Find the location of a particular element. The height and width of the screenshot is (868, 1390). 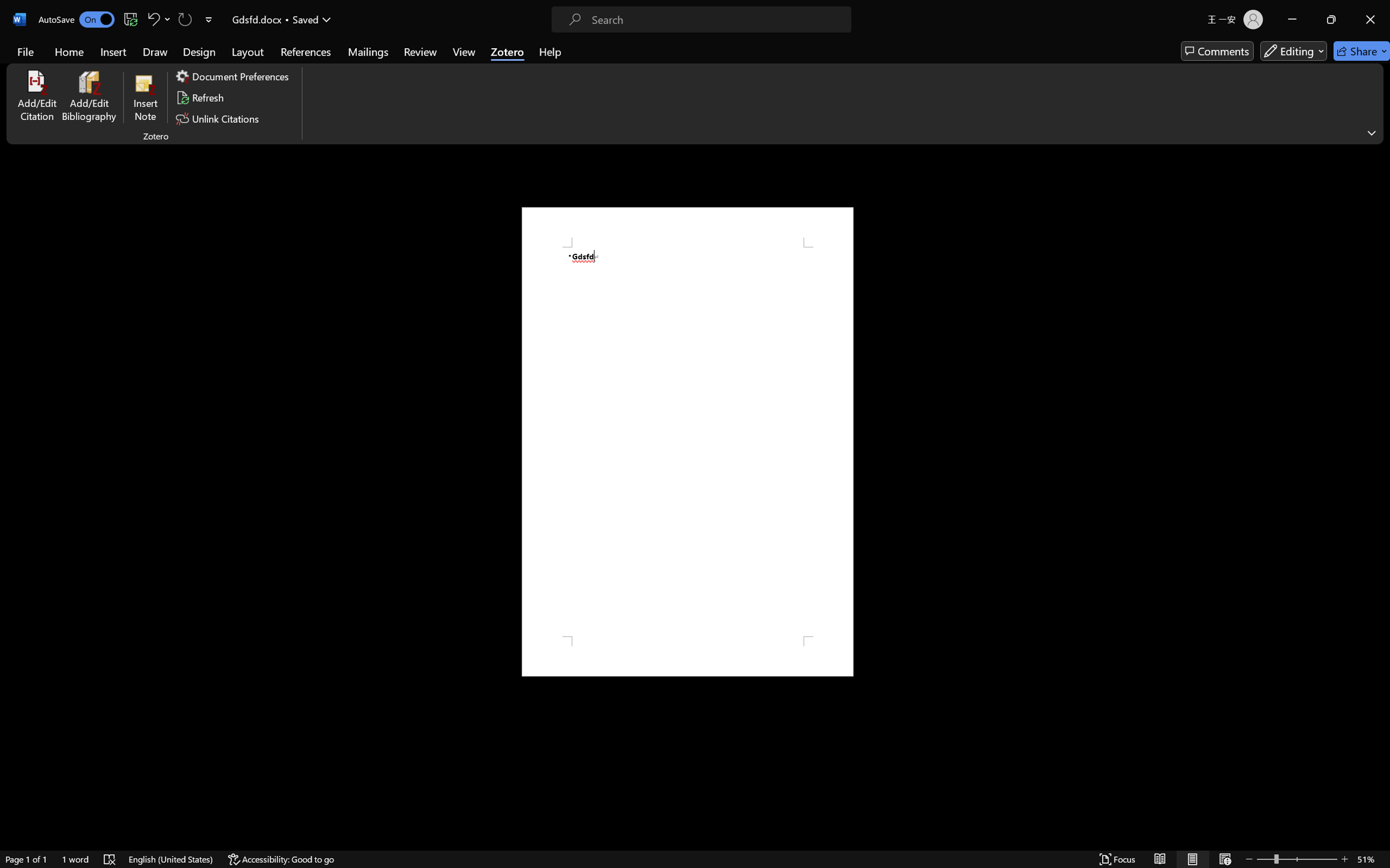

'Page 1 content' is located at coordinates (687, 441).